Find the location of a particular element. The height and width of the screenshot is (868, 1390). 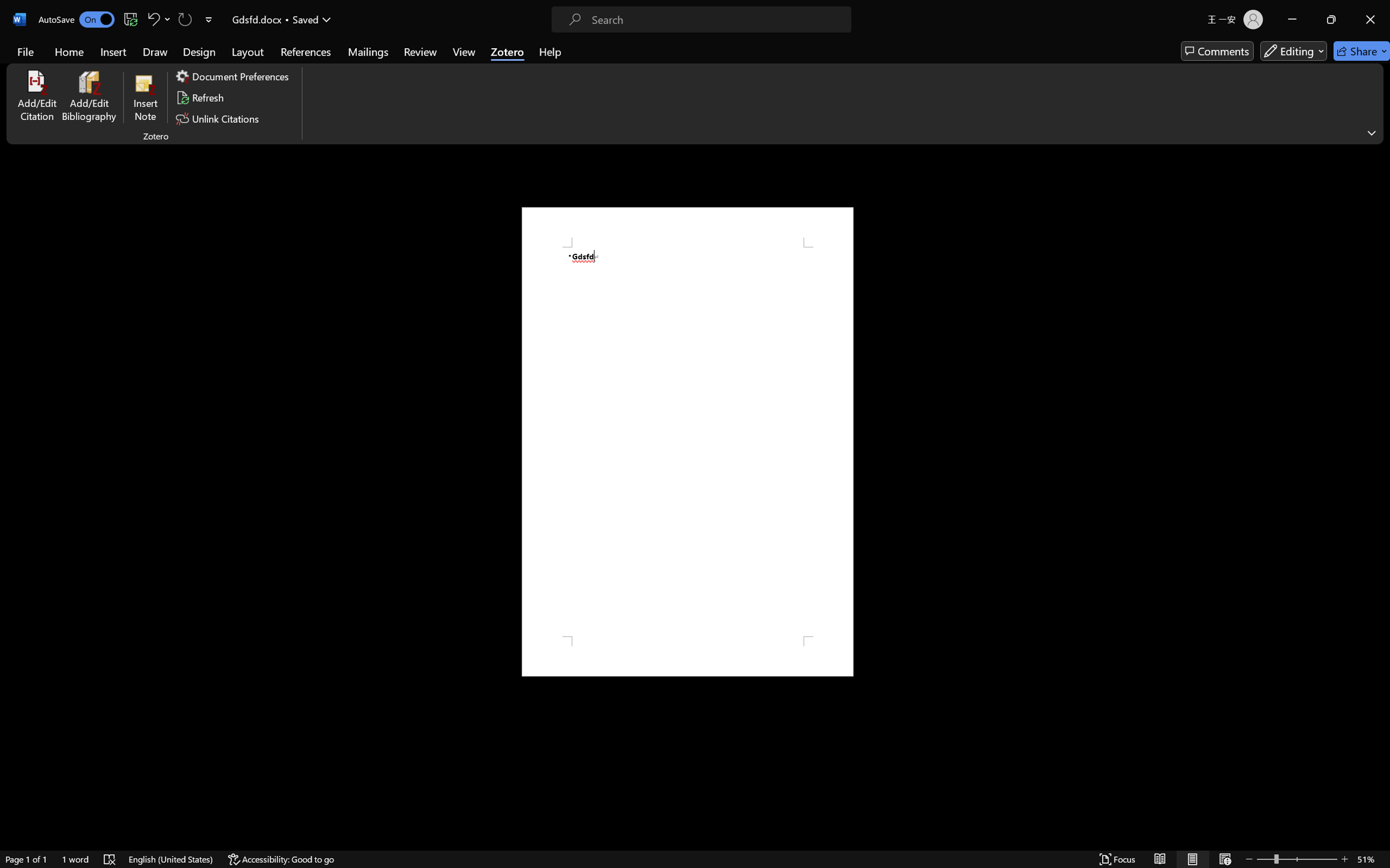

'Page 1 content' is located at coordinates (687, 441).